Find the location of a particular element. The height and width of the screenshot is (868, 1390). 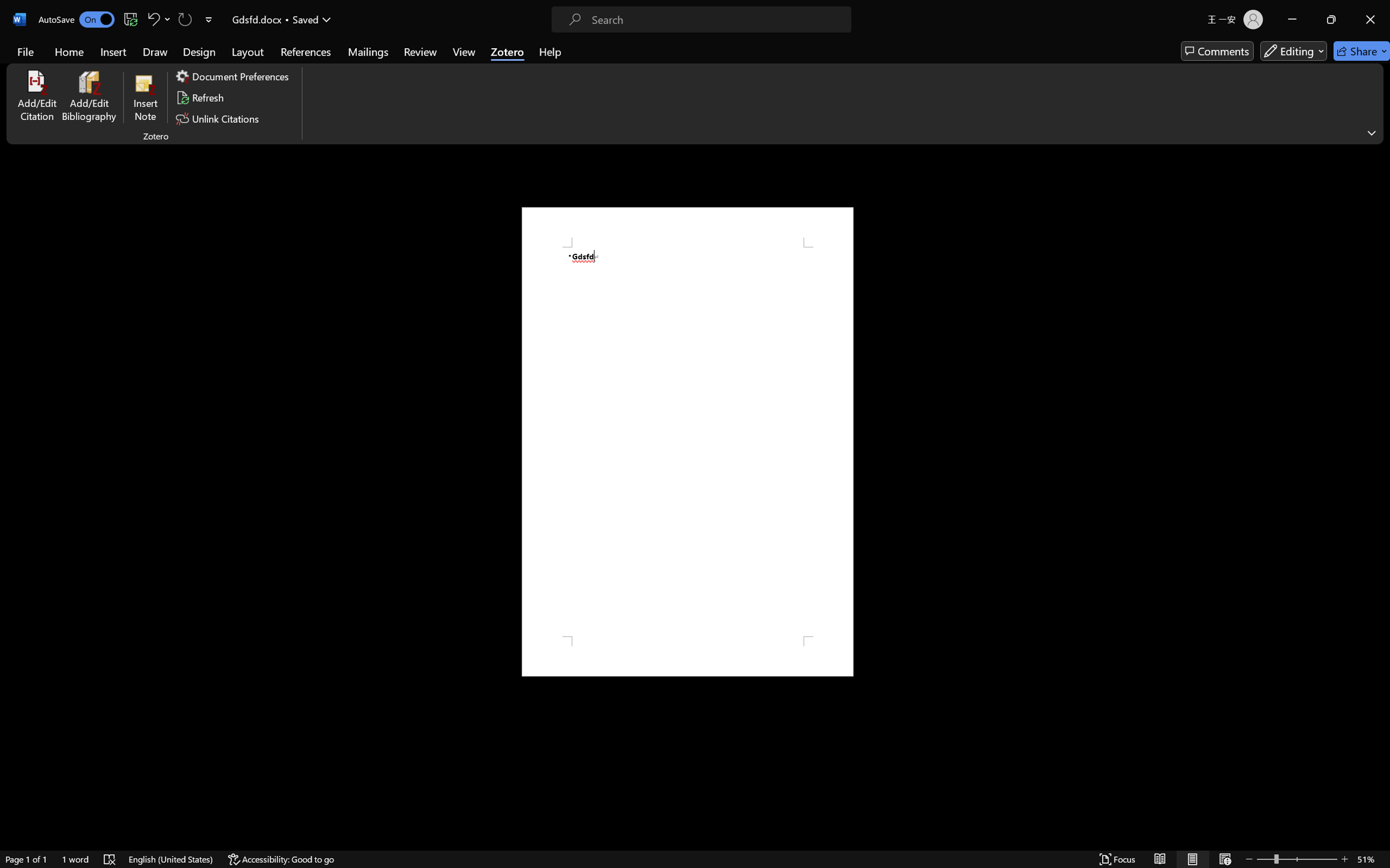

'Page 1 content' is located at coordinates (687, 441).